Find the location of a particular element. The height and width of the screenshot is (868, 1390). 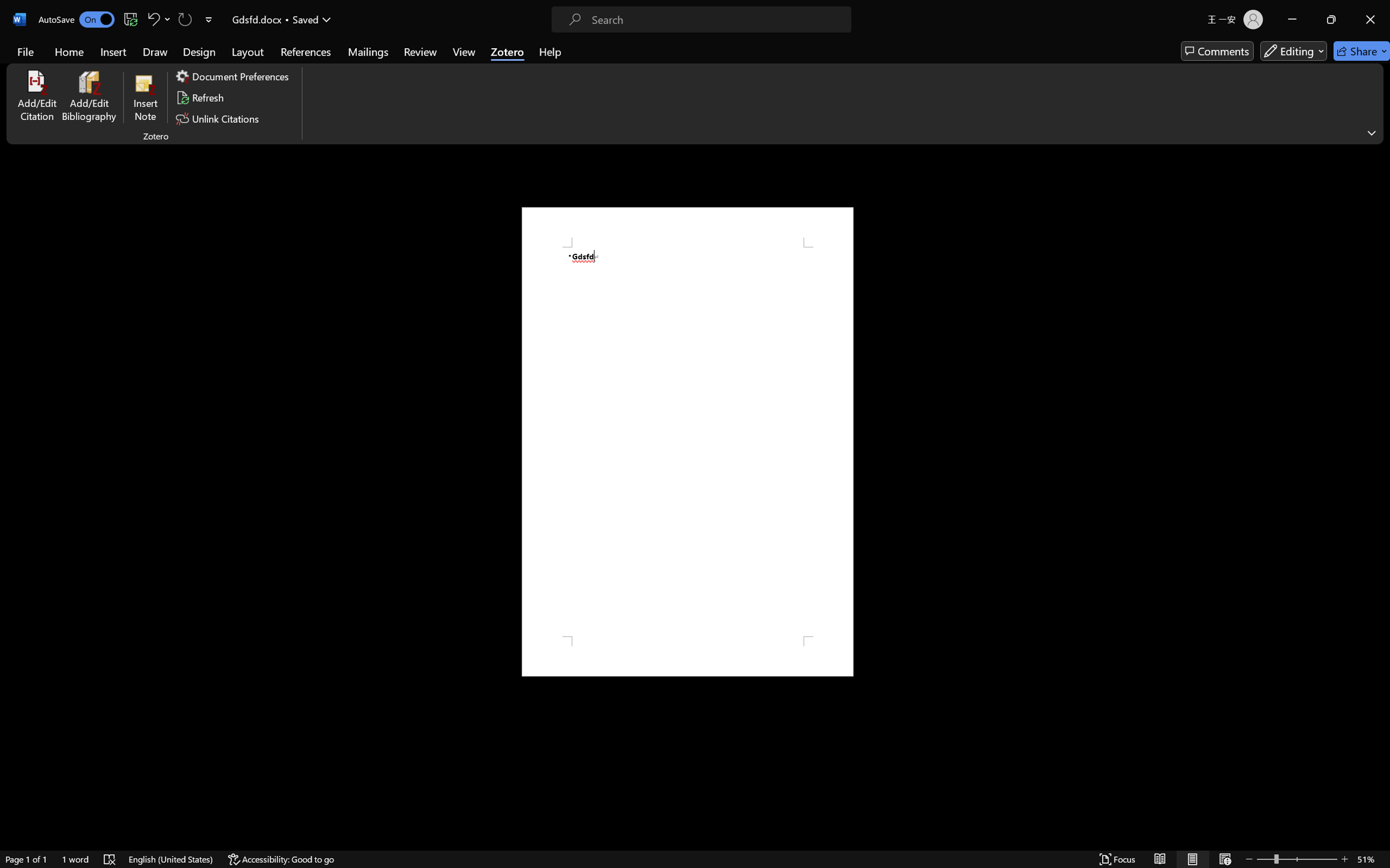

'Page 1 content' is located at coordinates (687, 441).